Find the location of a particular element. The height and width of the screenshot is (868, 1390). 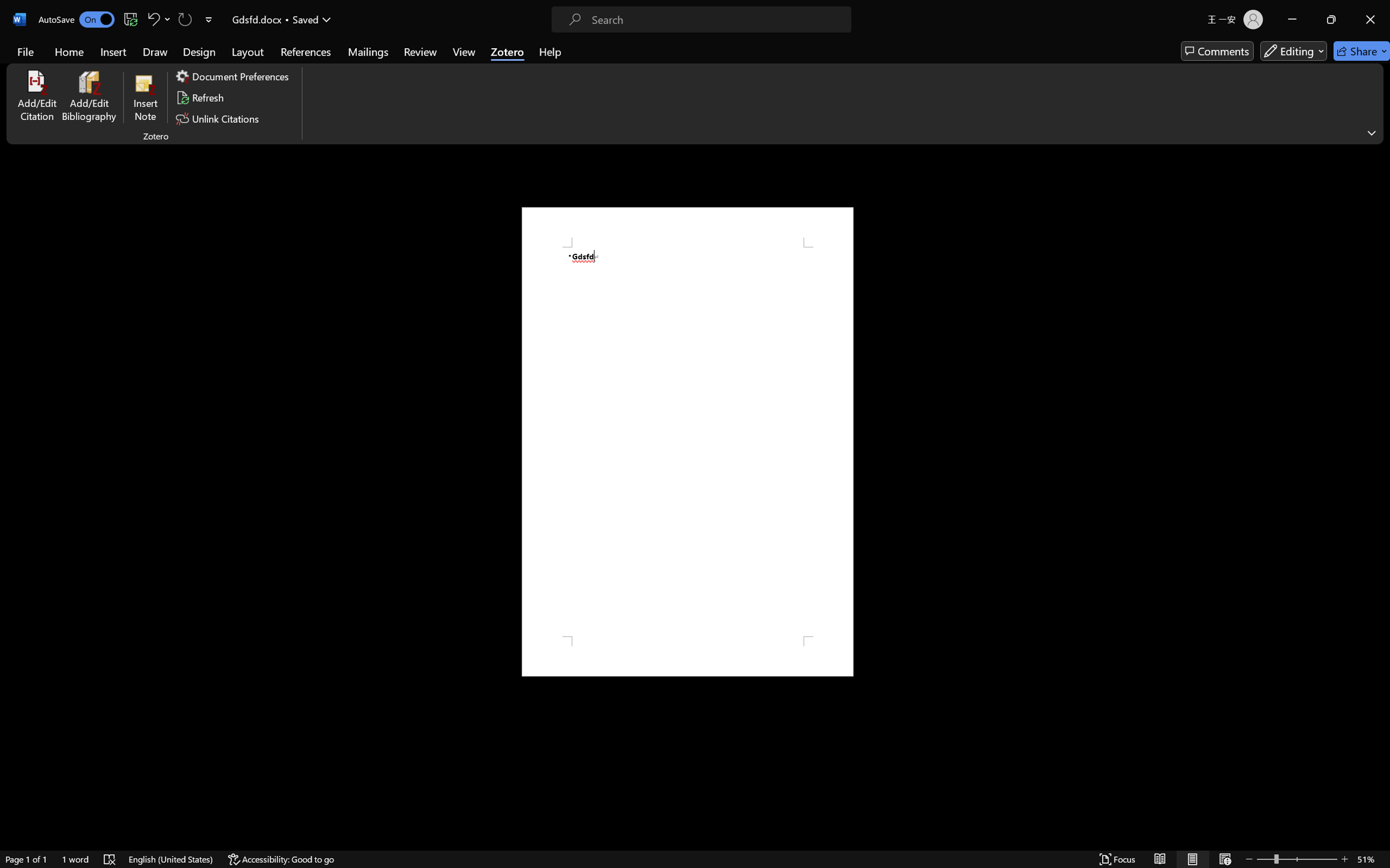

'Page 1 content' is located at coordinates (687, 441).